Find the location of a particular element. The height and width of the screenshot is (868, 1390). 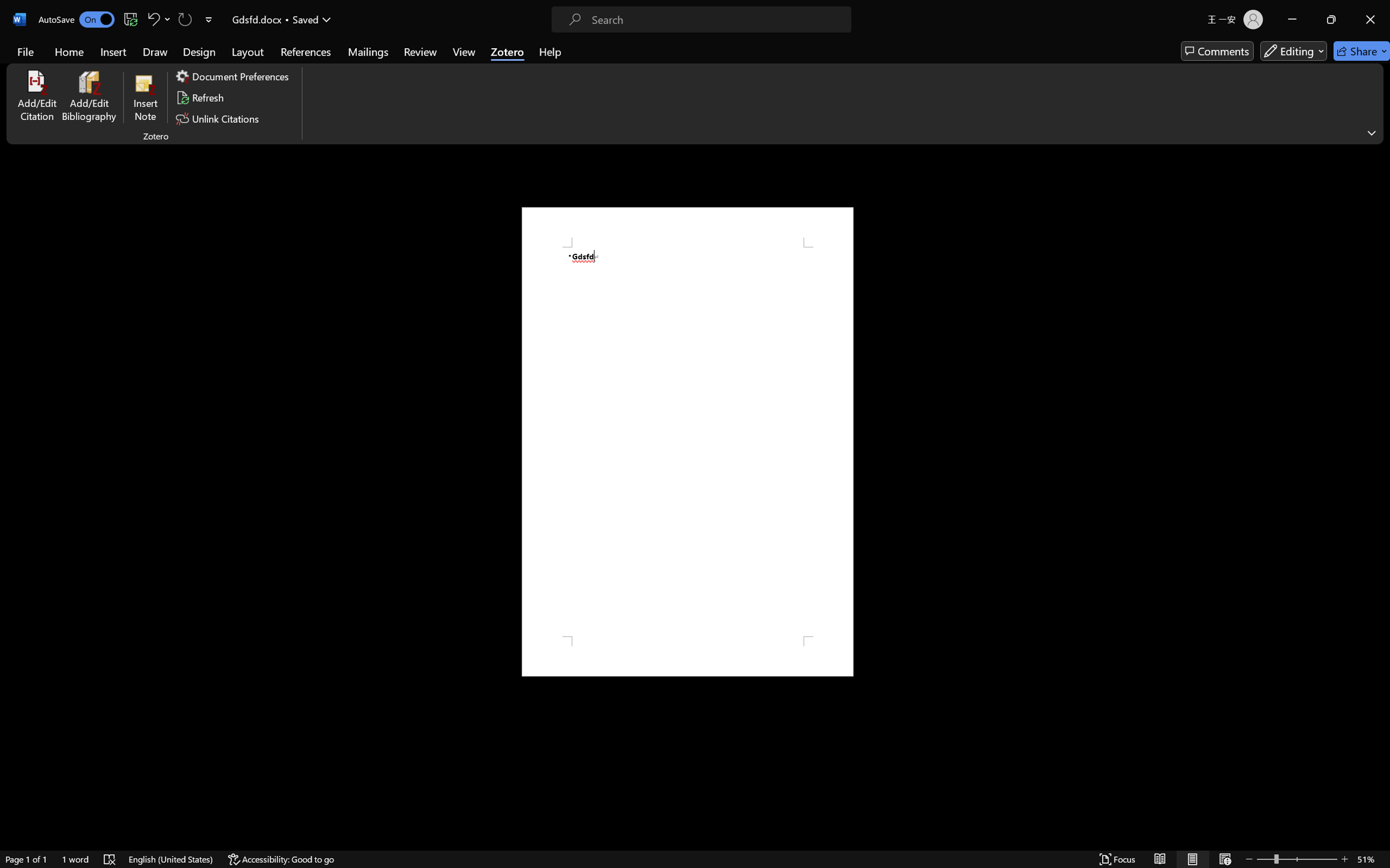

'Page 1 content' is located at coordinates (687, 441).